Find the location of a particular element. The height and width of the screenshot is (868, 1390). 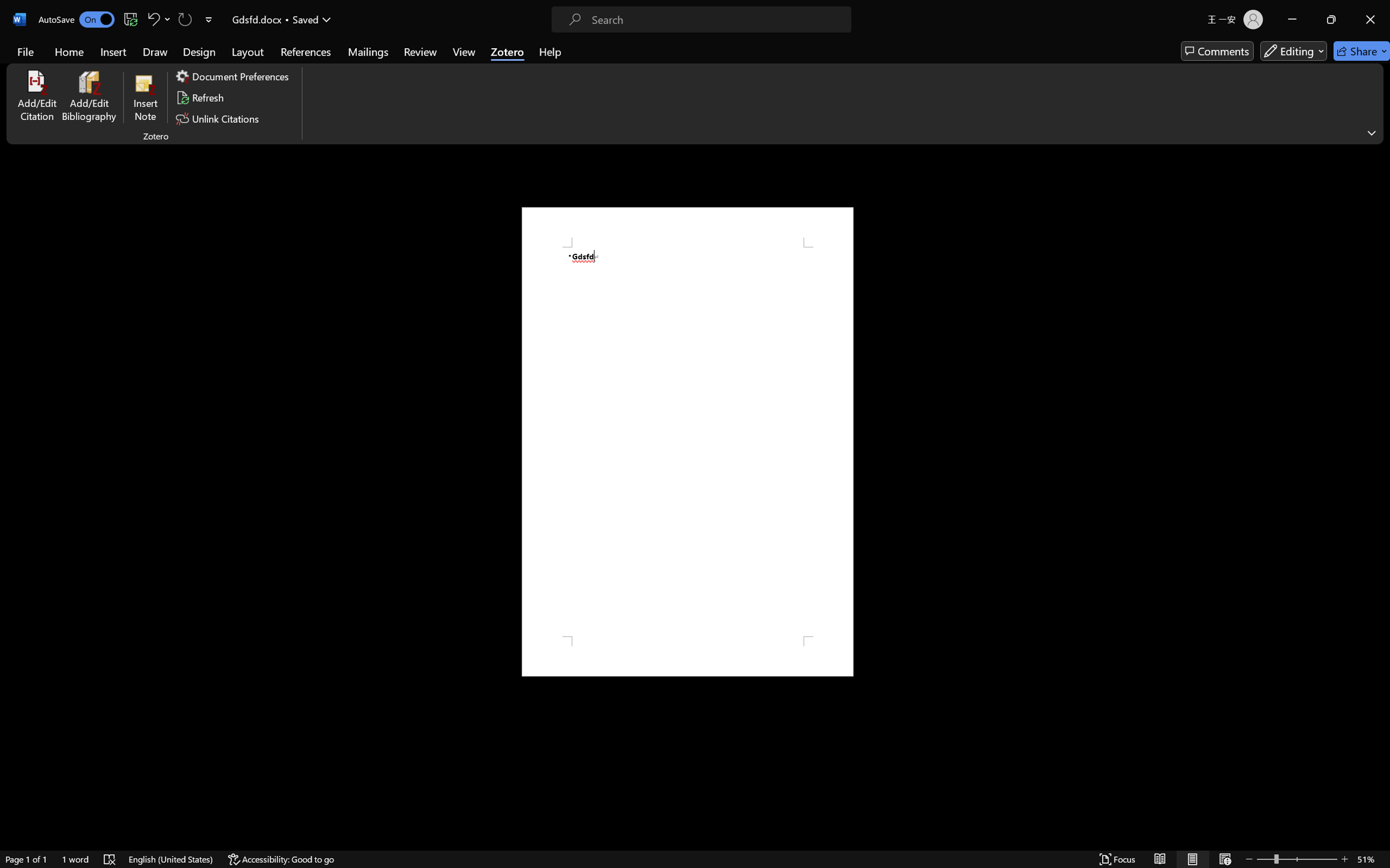

'Page 1 content' is located at coordinates (687, 441).